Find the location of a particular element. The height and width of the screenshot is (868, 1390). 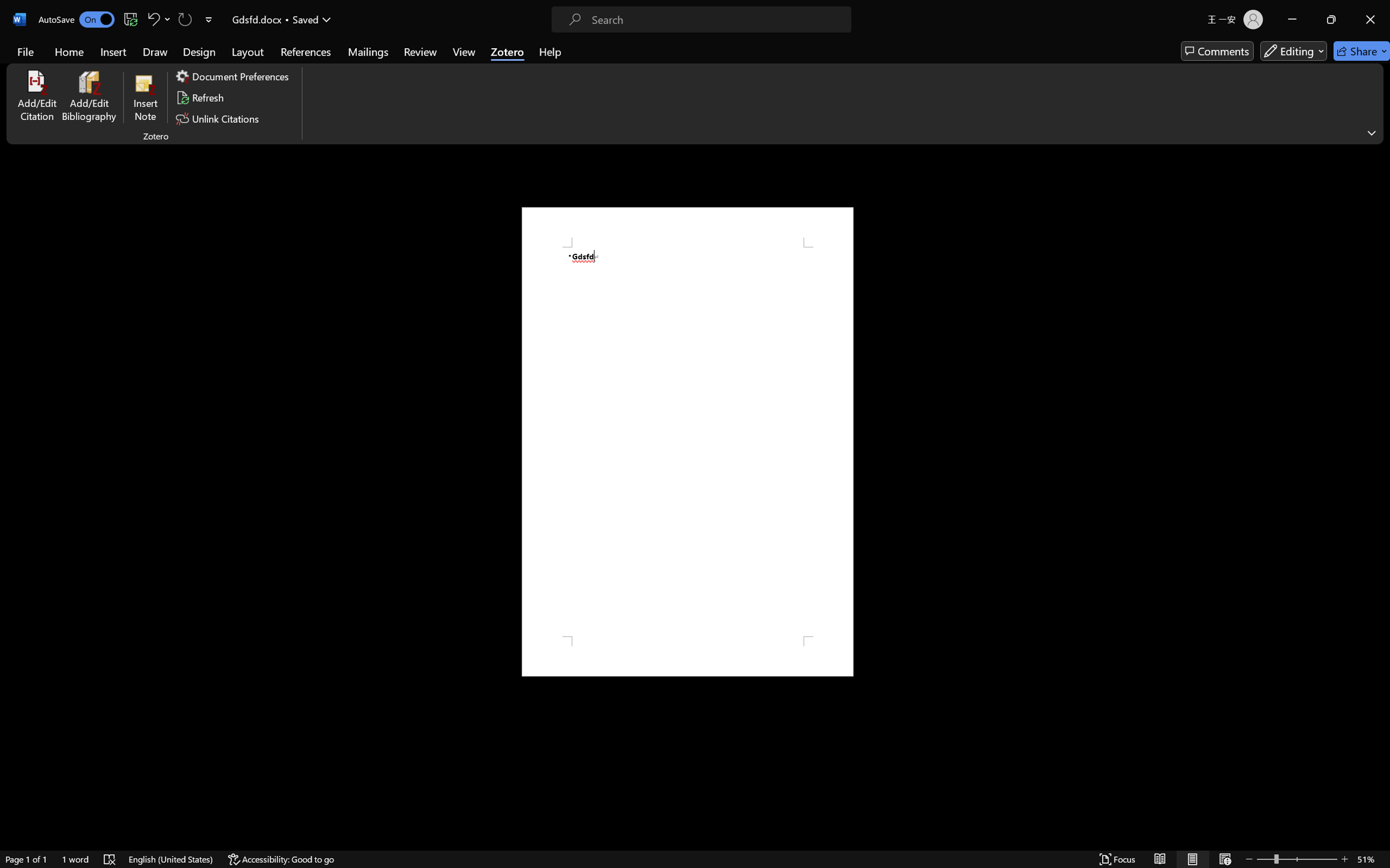

'Page 1 content' is located at coordinates (687, 441).